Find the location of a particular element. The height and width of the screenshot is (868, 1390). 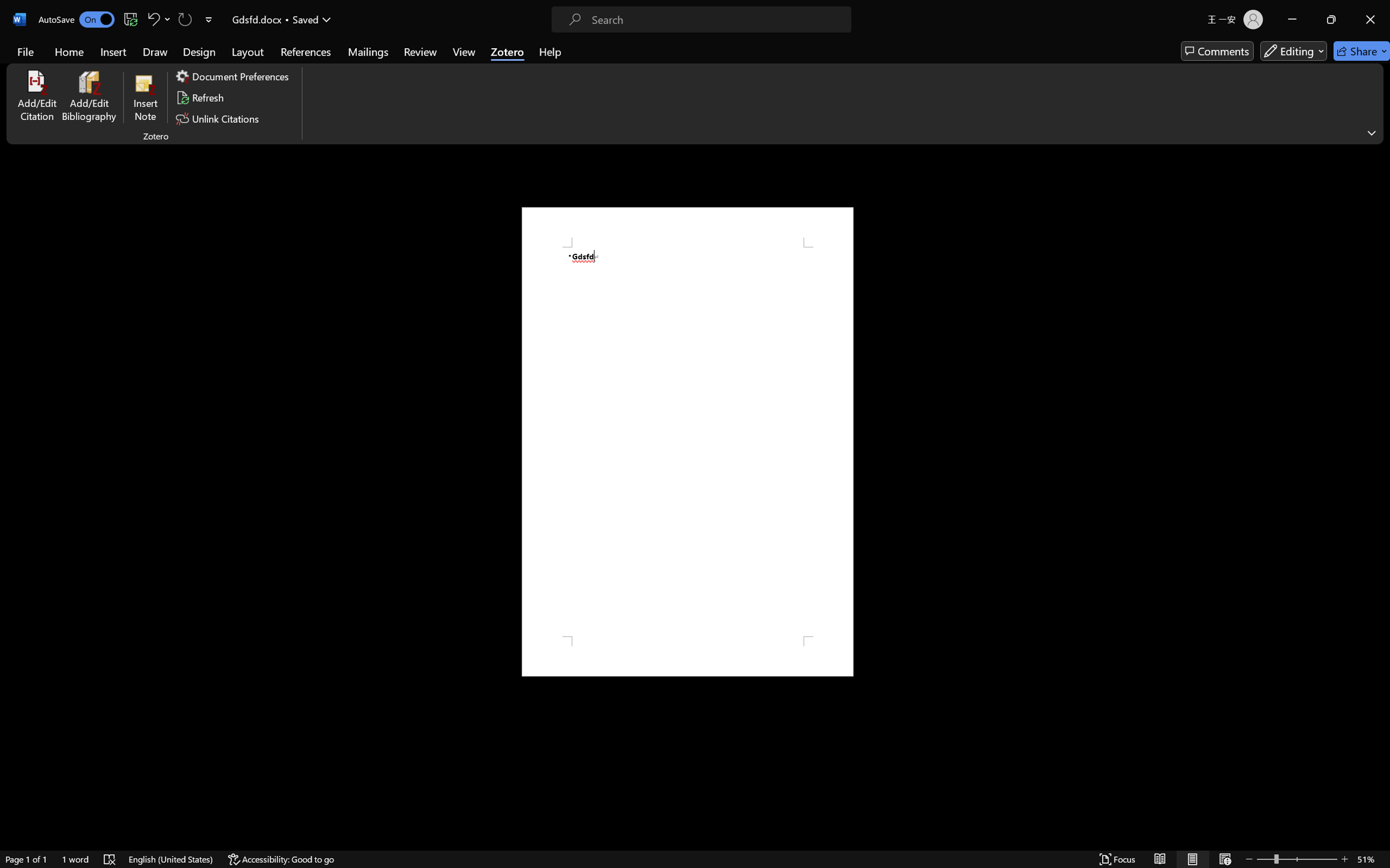

'Page 1 content' is located at coordinates (687, 441).